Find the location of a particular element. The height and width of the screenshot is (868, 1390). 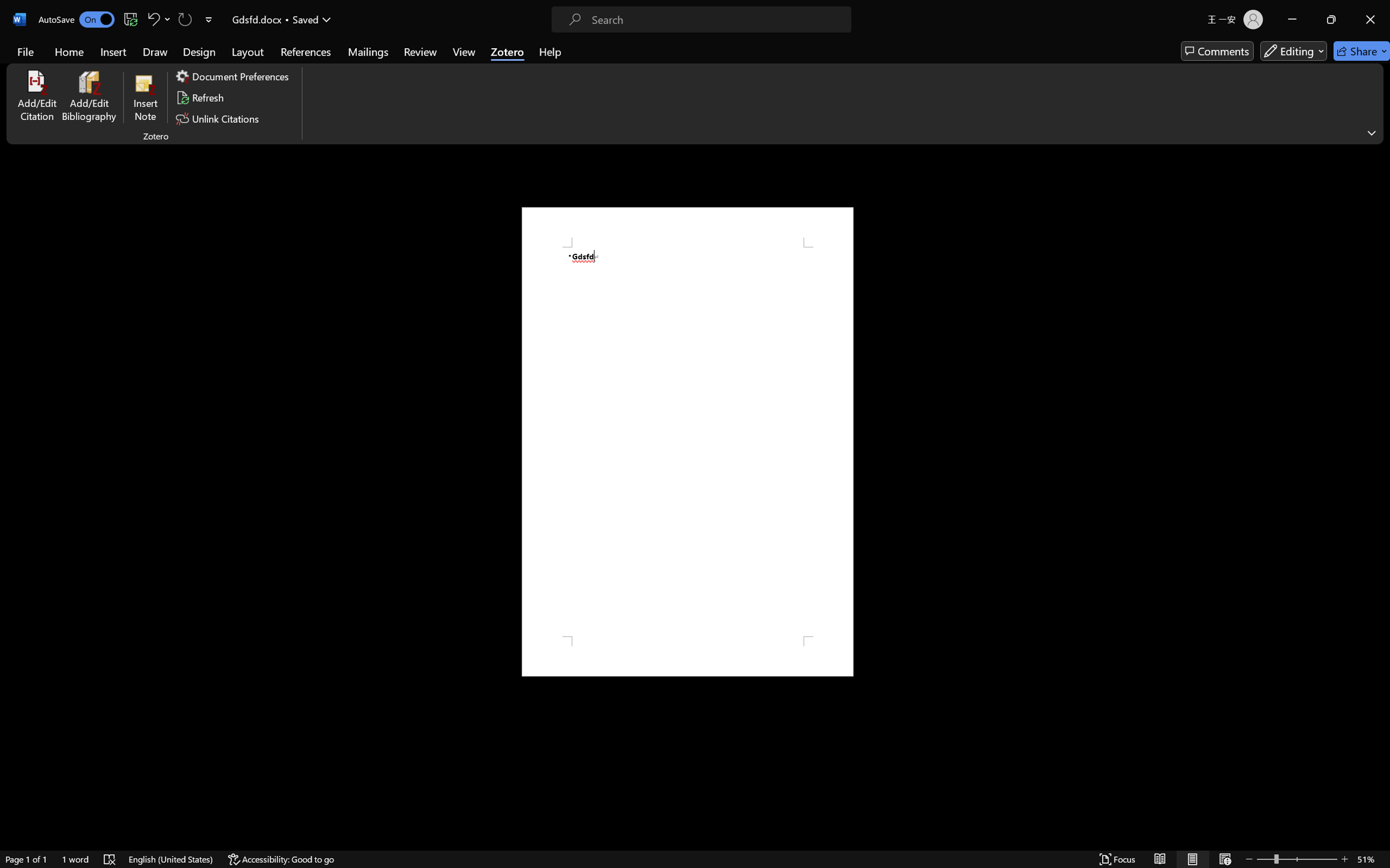

'Page 1 content' is located at coordinates (687, 441).